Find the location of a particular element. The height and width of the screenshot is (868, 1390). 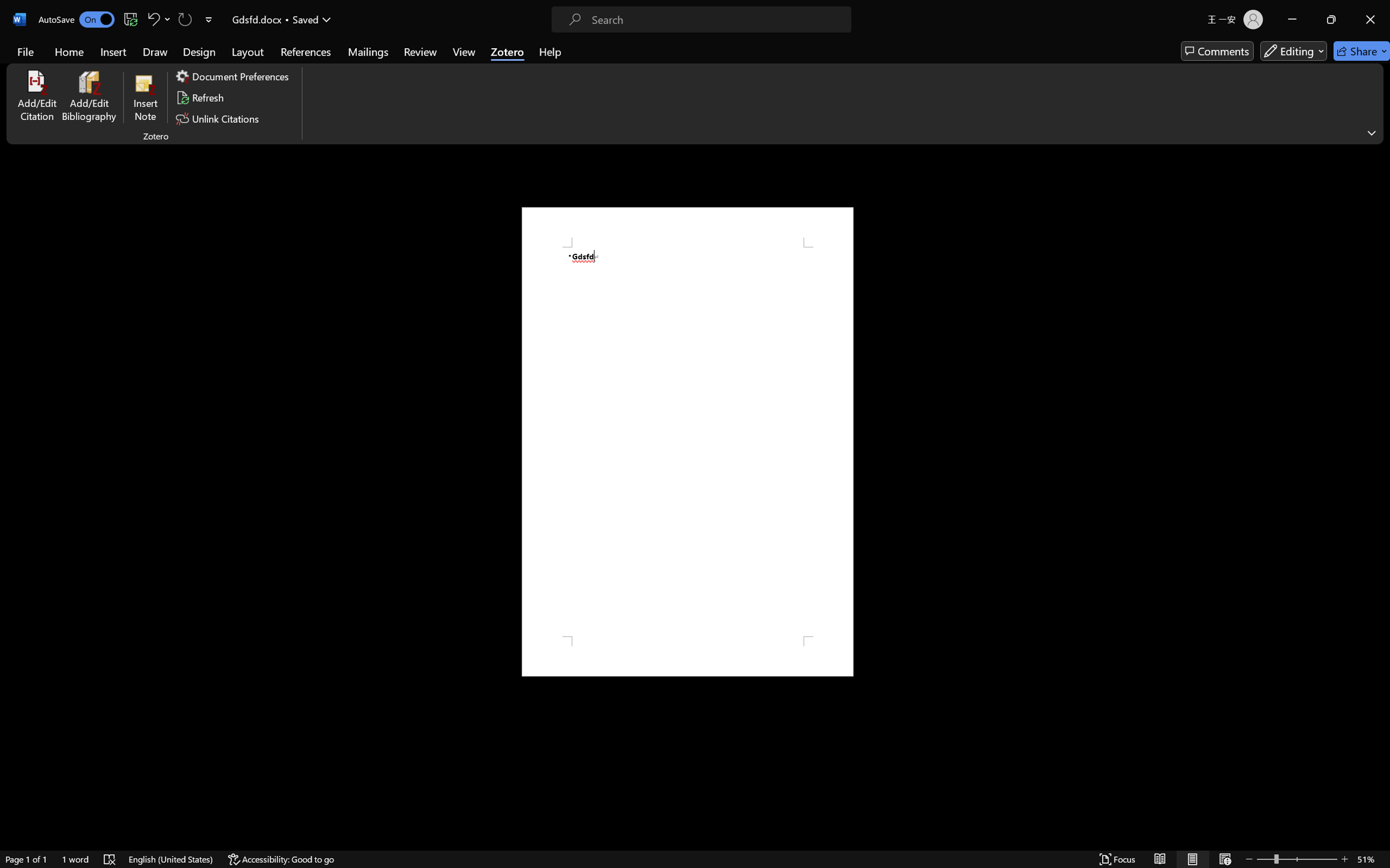

'Page 1 content' is located at coordinates (687, 441).